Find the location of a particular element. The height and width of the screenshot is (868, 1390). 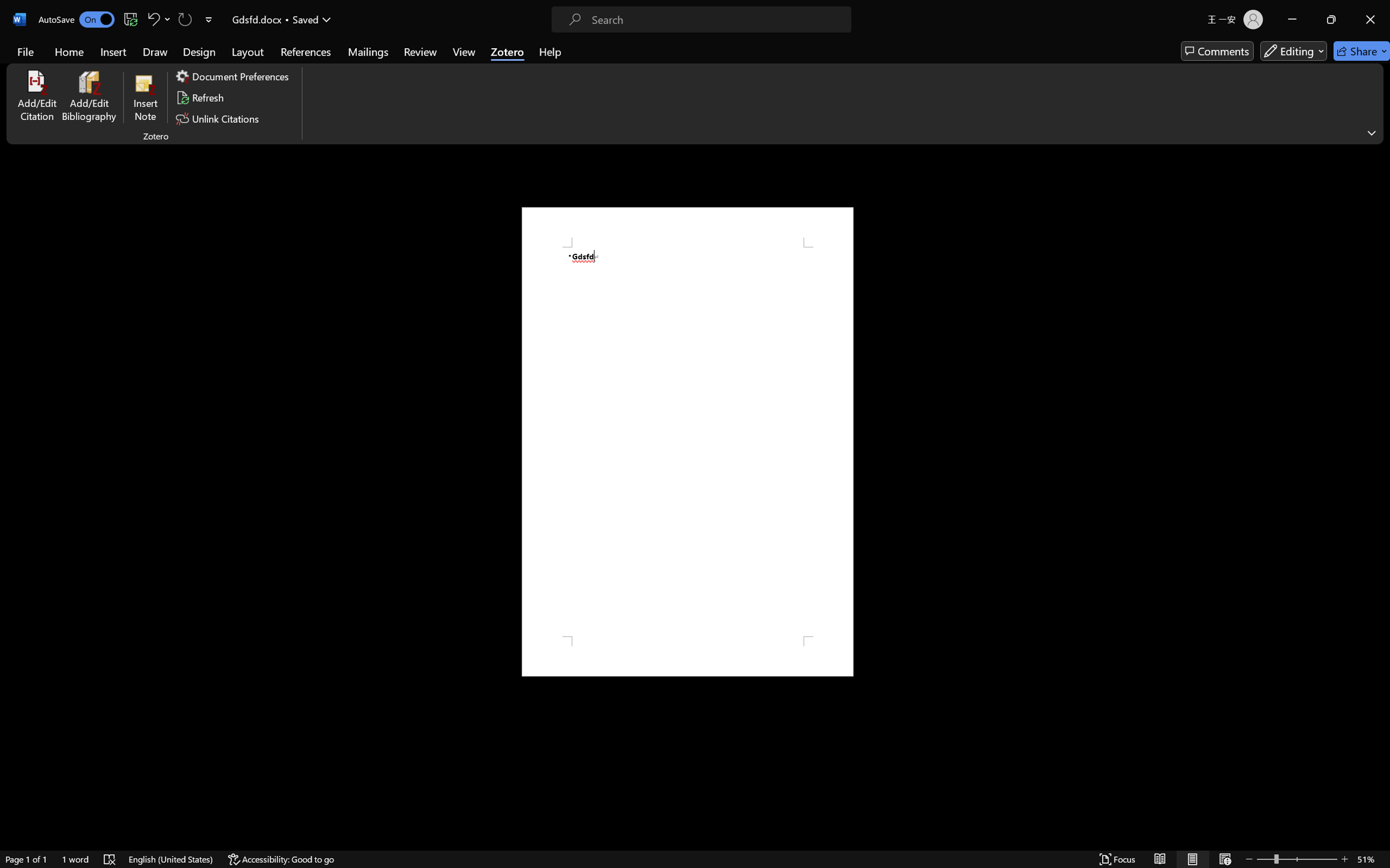

'Page 1 content' is located at coordinates (687, 441).